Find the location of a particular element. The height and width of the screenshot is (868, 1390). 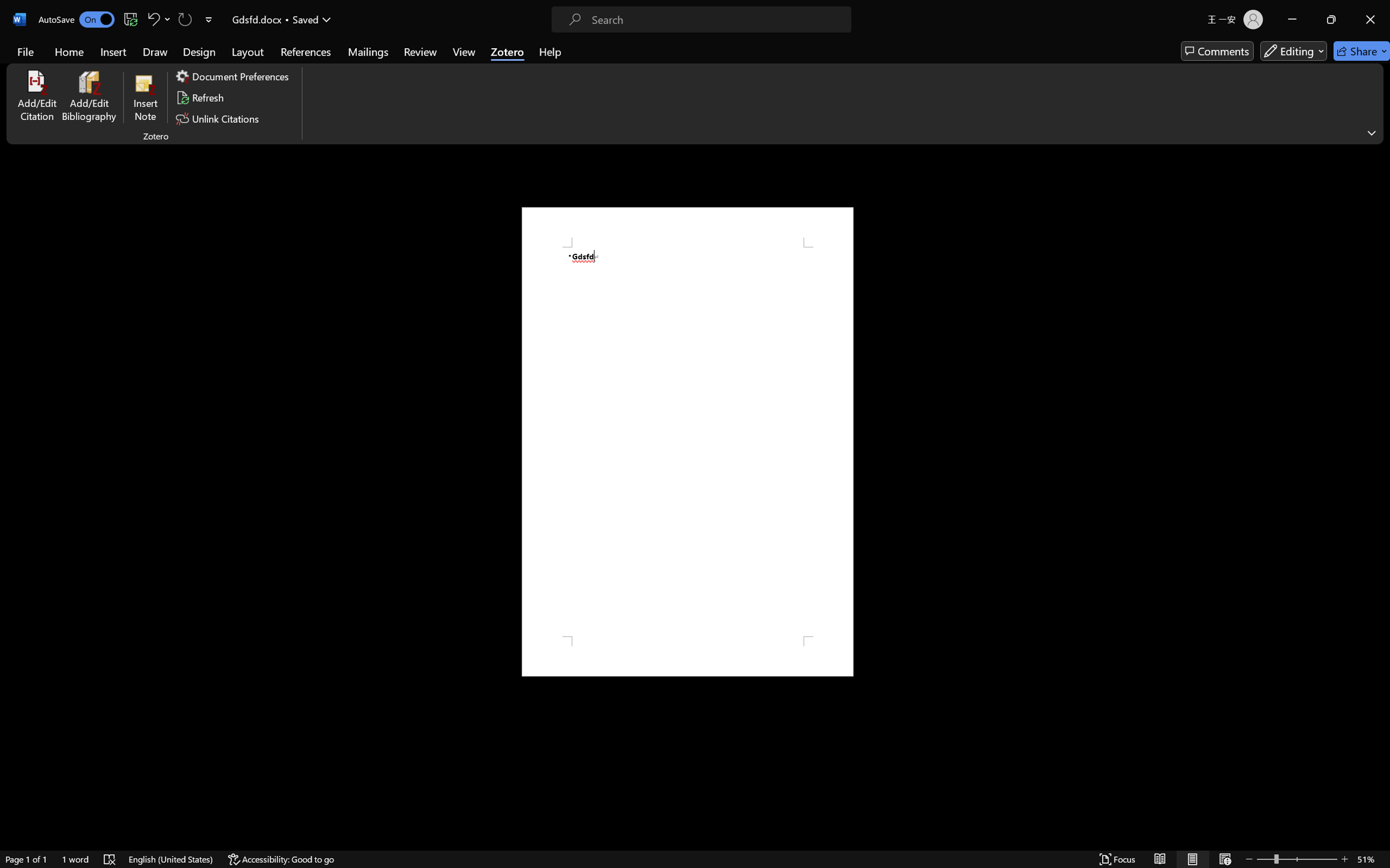

'Page 1 content' is located at coordinates (687, 441).